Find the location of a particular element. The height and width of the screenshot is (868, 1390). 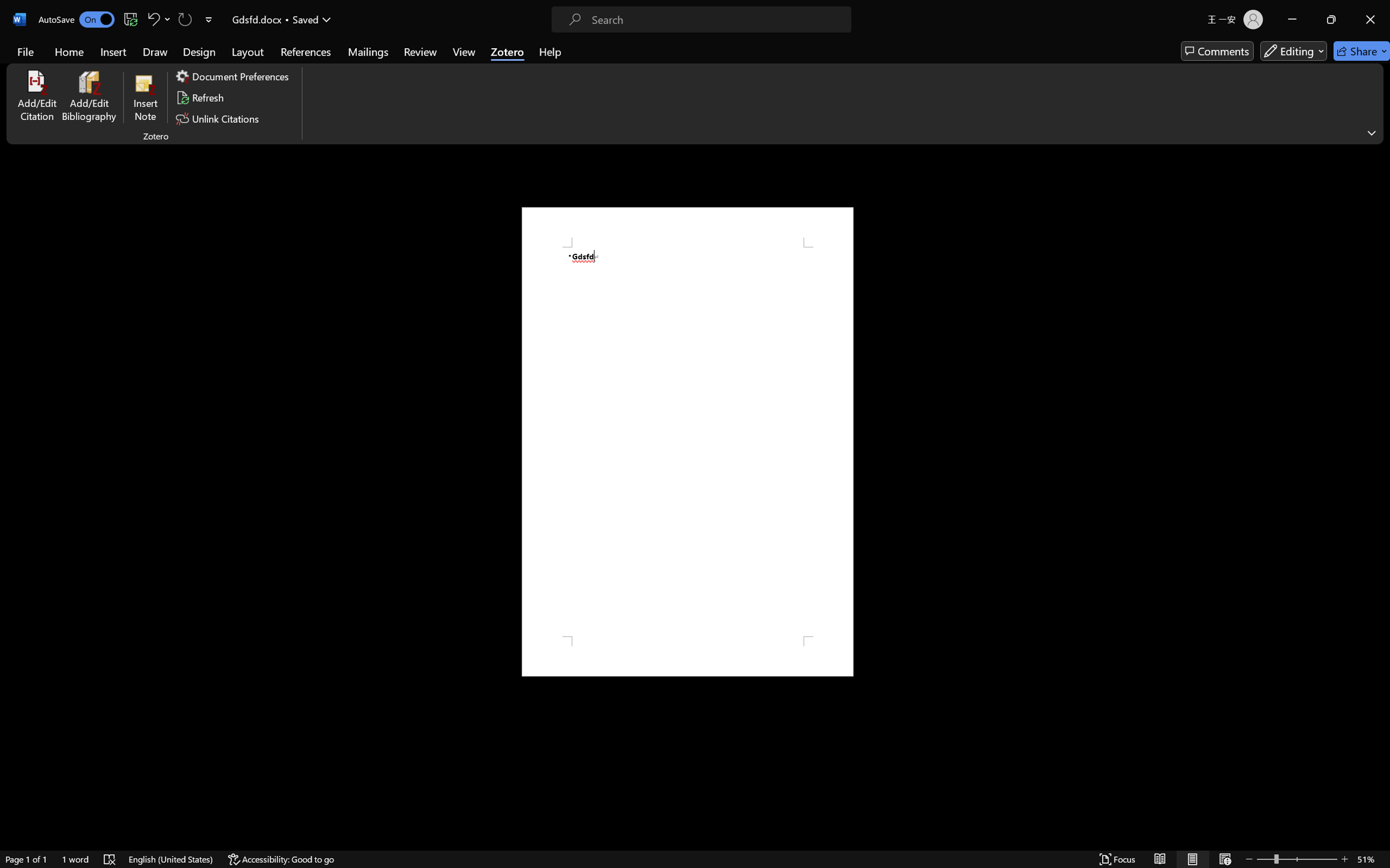

'Page 1 content' is located at coordinates (687, 441).